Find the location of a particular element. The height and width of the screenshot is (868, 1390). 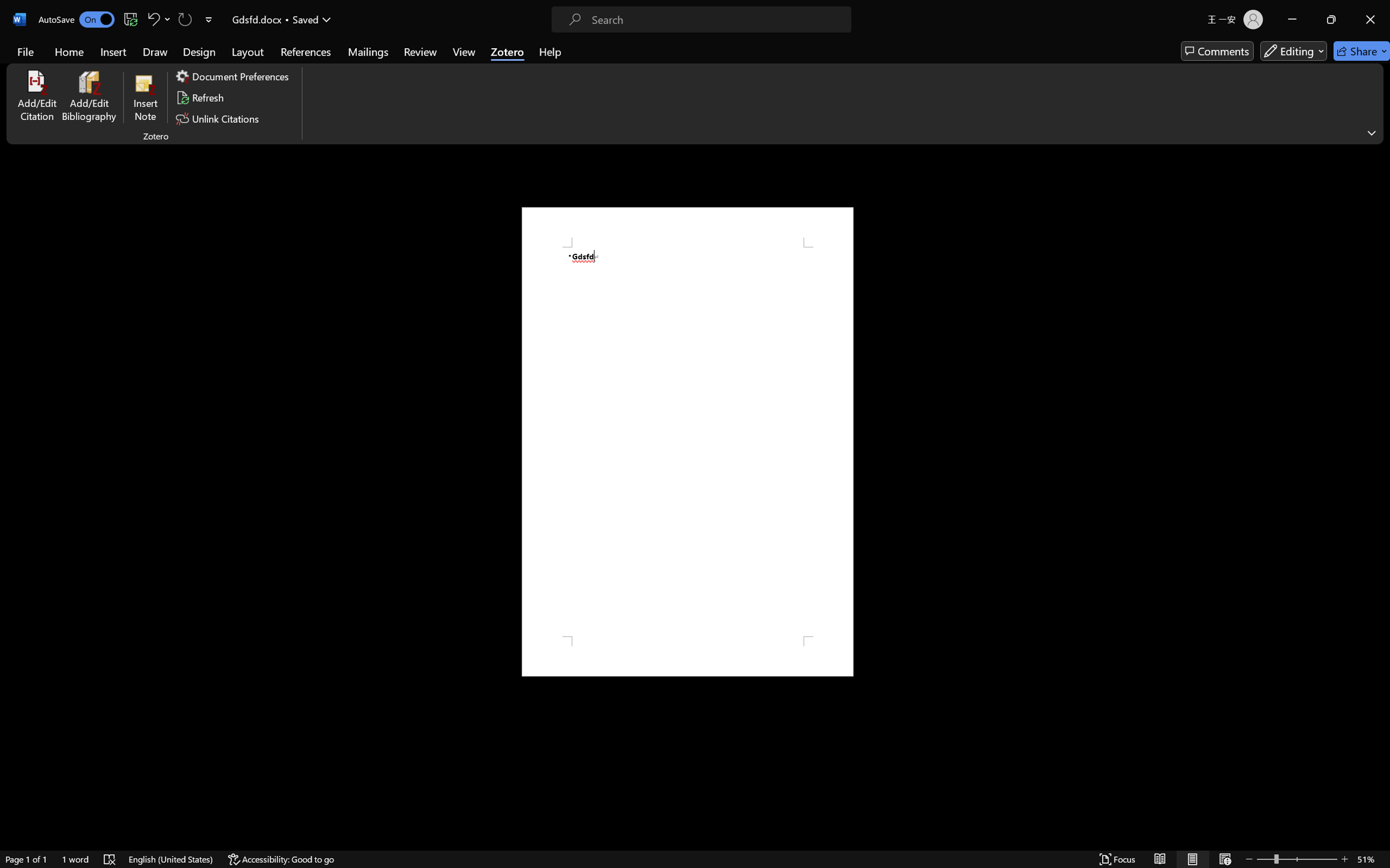

'Page 1 content' is located at coordinates (687, 441).